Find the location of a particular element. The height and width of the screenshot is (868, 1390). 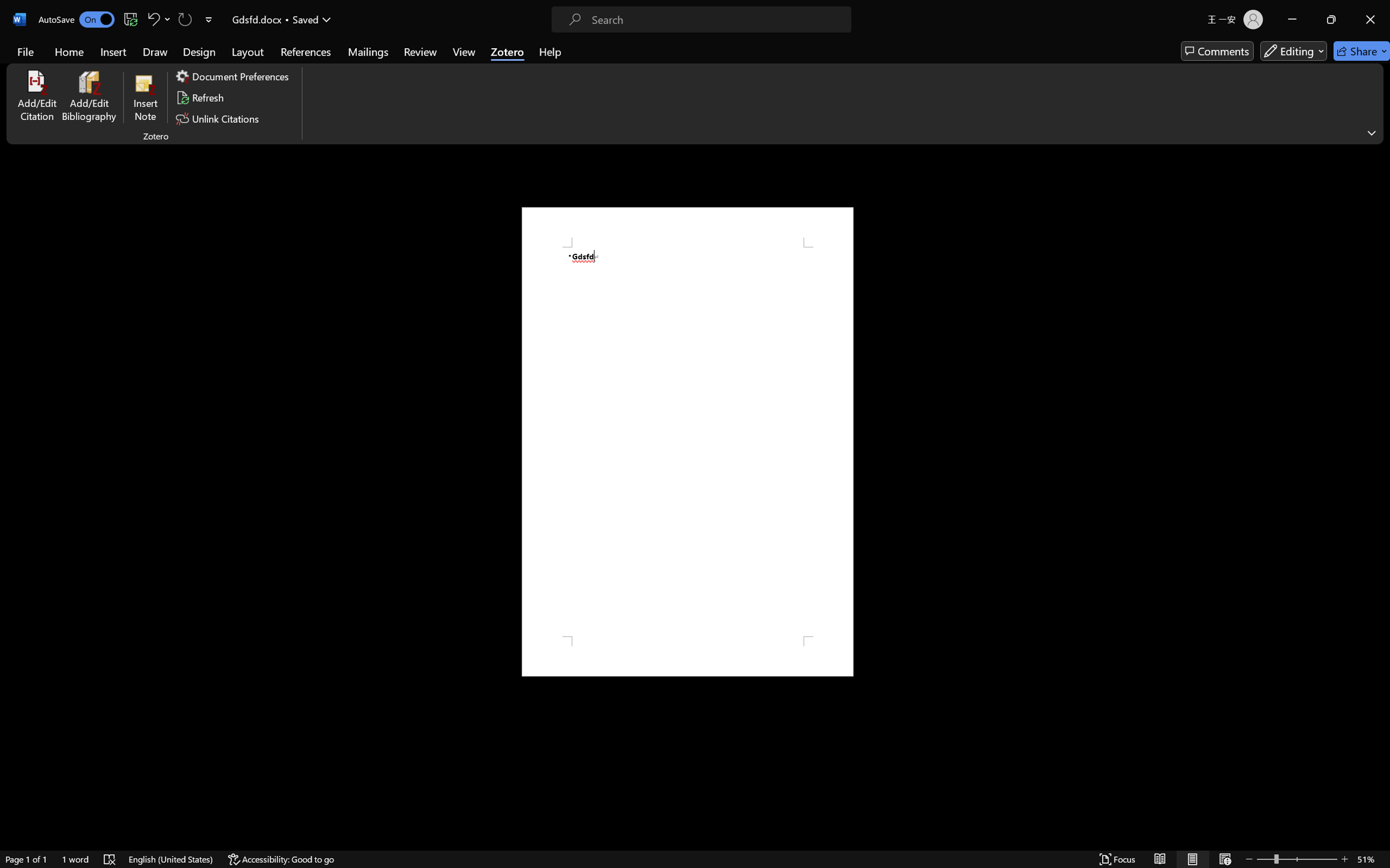

'Page 1 content' is located at coordinates (687, 441).